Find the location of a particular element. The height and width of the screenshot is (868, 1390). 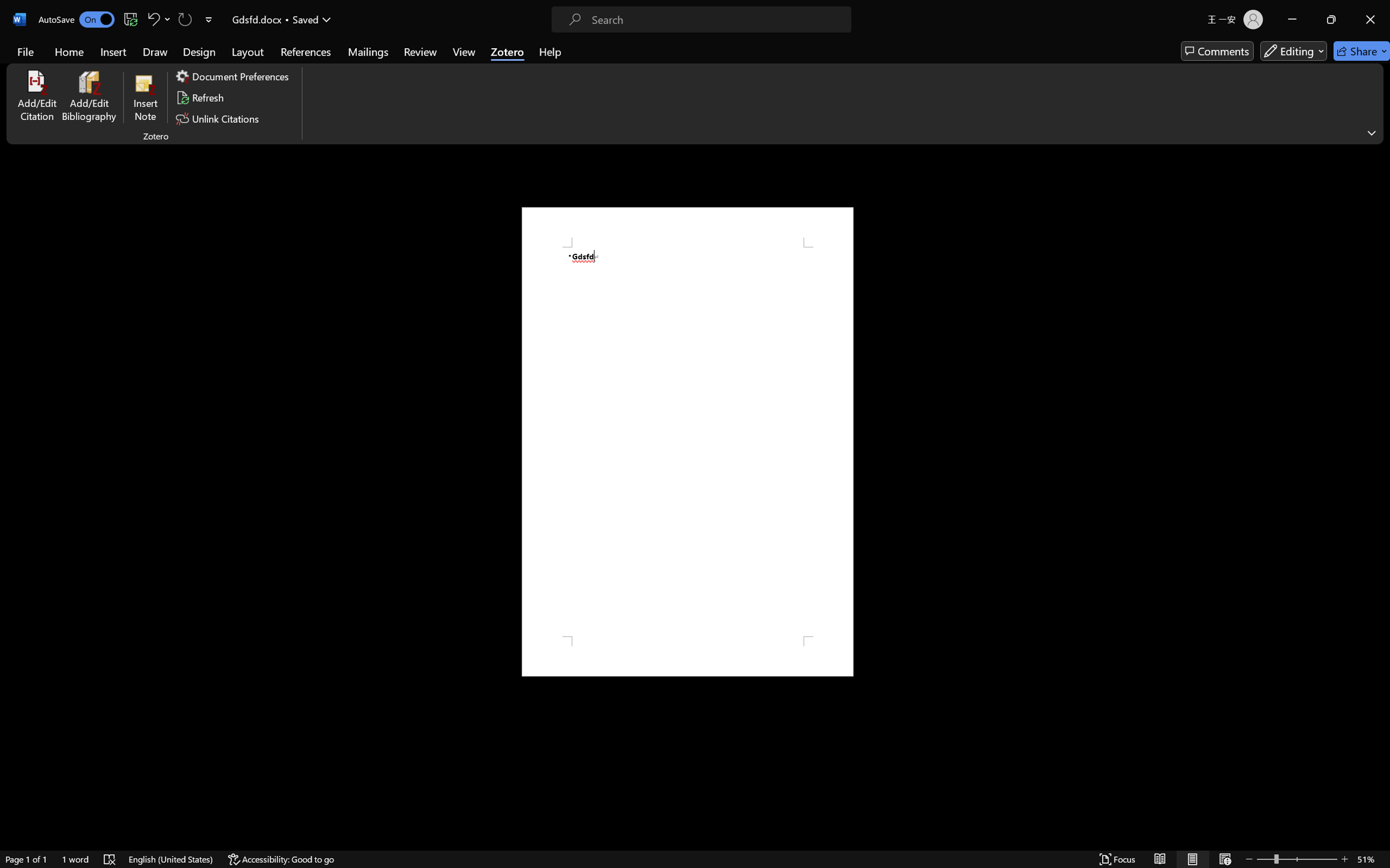

'Page 1 content' is located at coordinates (687, 441).